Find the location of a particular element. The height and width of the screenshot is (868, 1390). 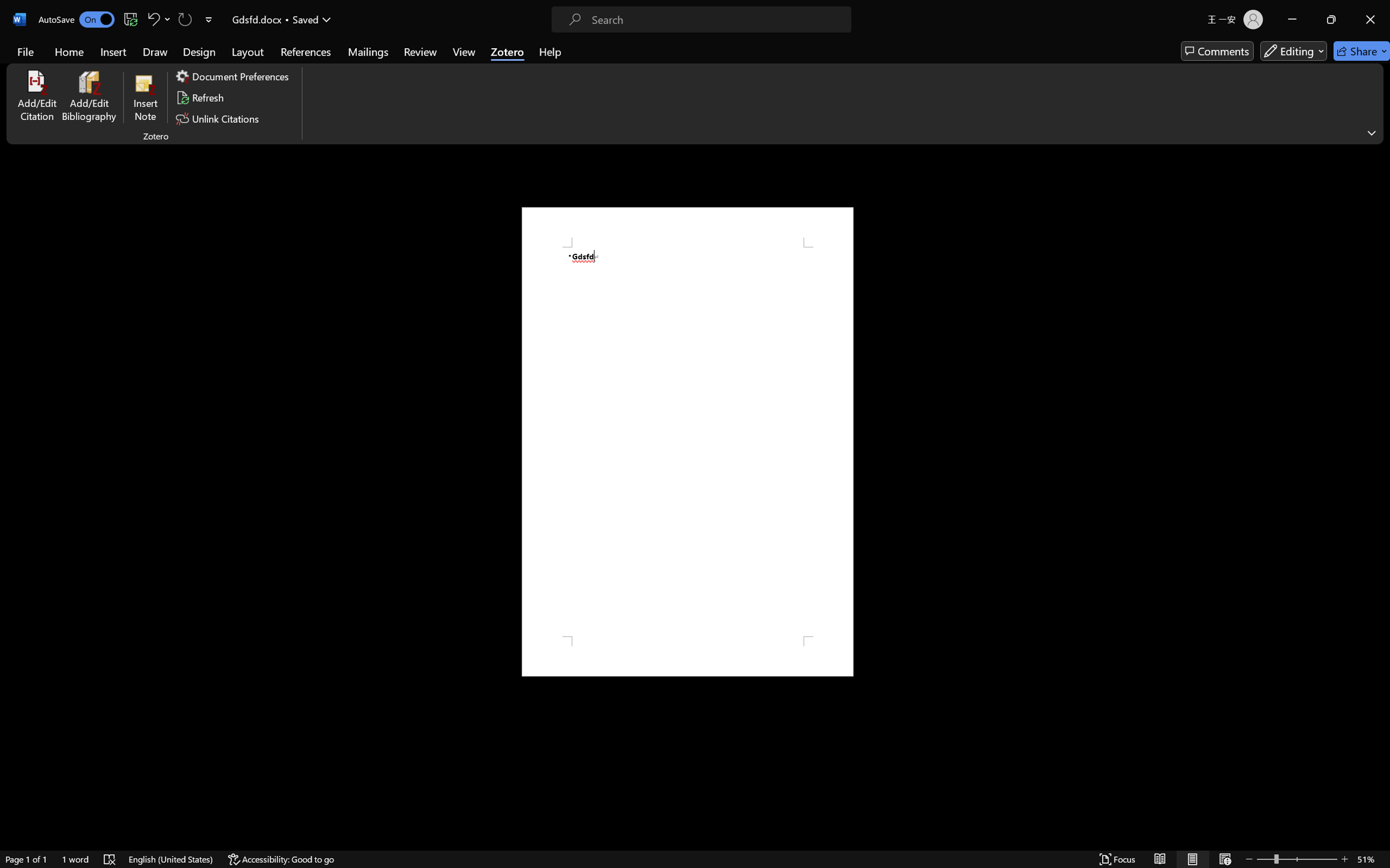

'Page 1 content' is located at coordinates (687, 441).